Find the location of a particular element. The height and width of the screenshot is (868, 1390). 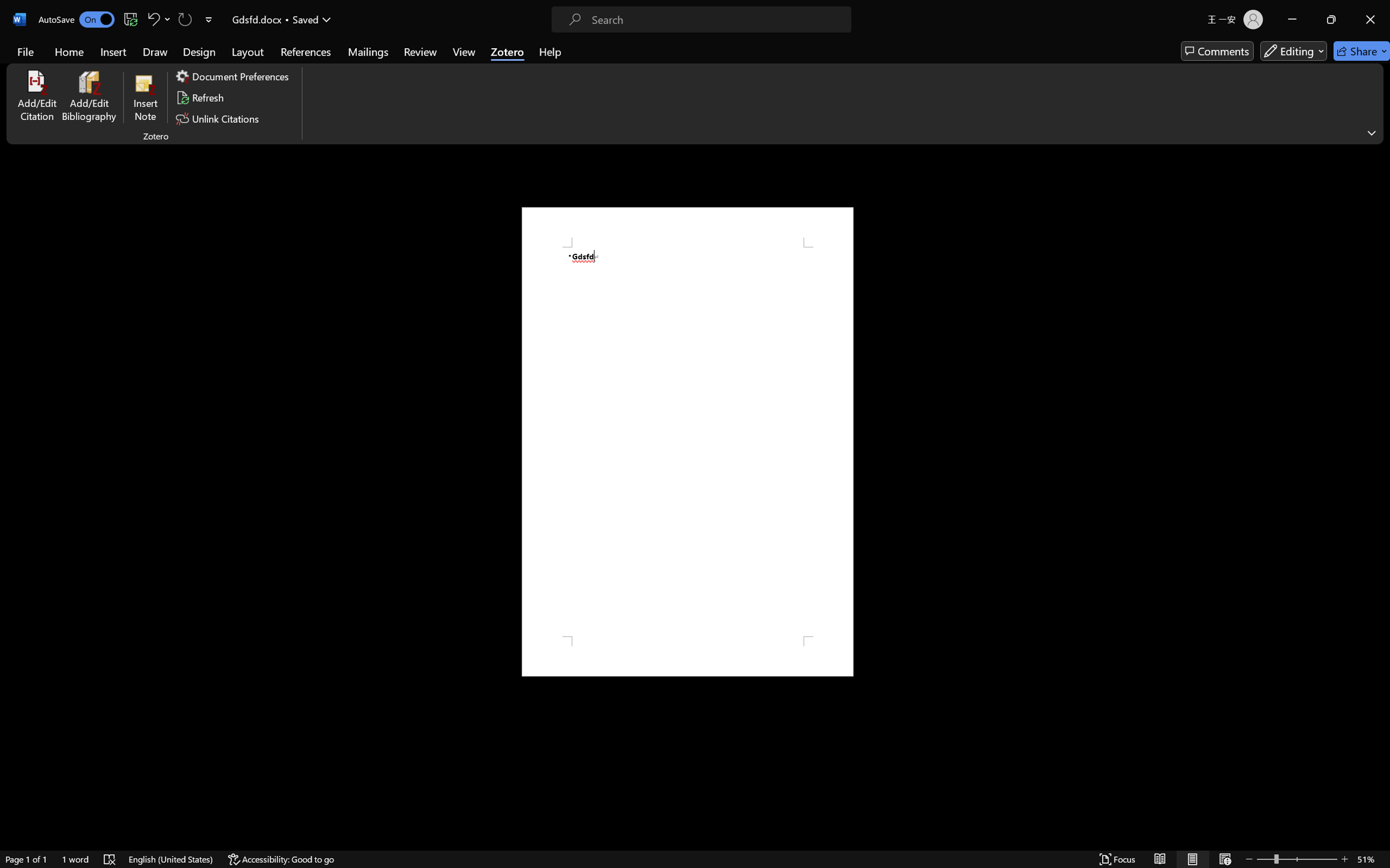

'Page 1 content' is located at coordinates (687, 441).